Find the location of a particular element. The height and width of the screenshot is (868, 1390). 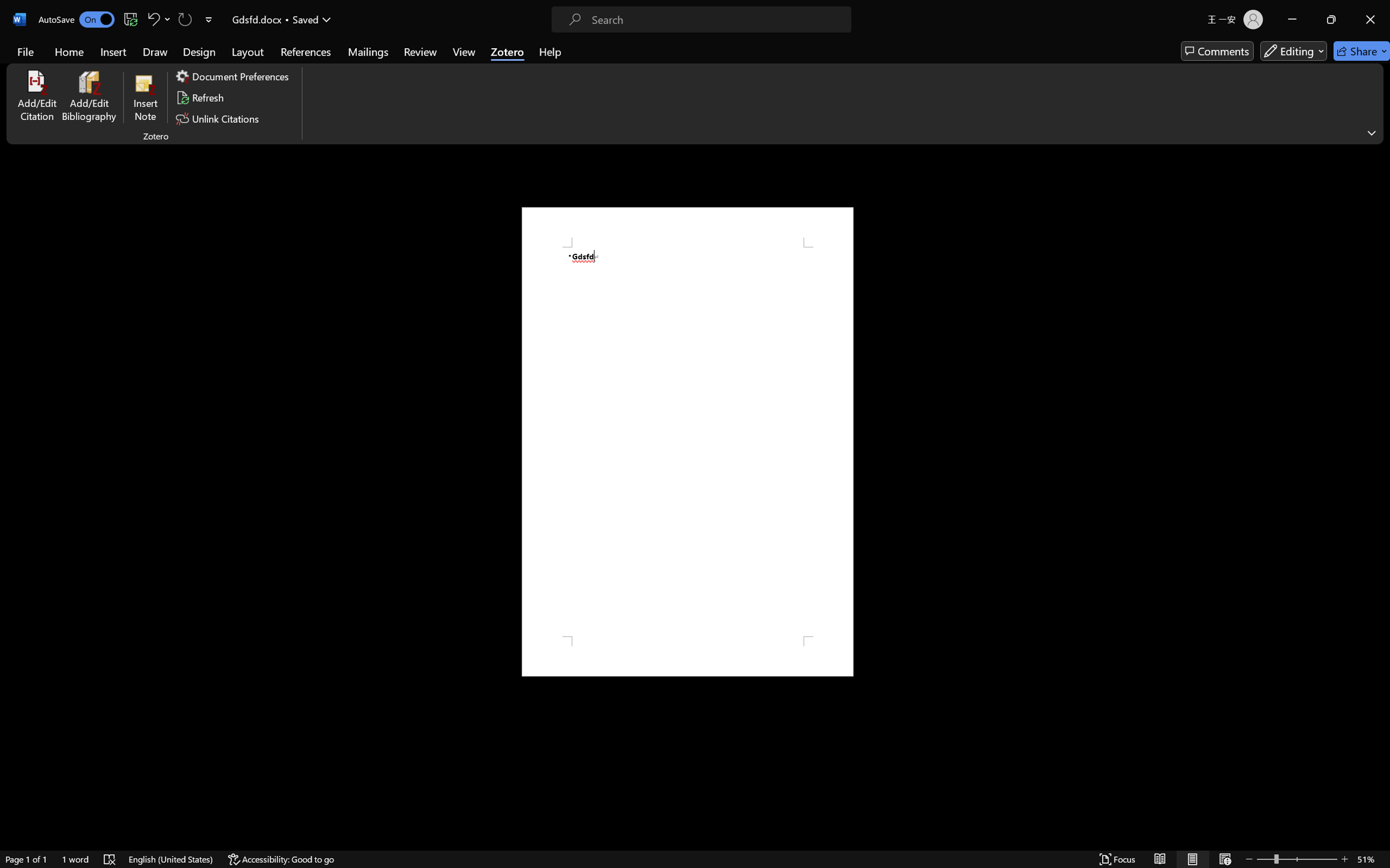

'Page 1 content' is located at coordinates (687, 441).